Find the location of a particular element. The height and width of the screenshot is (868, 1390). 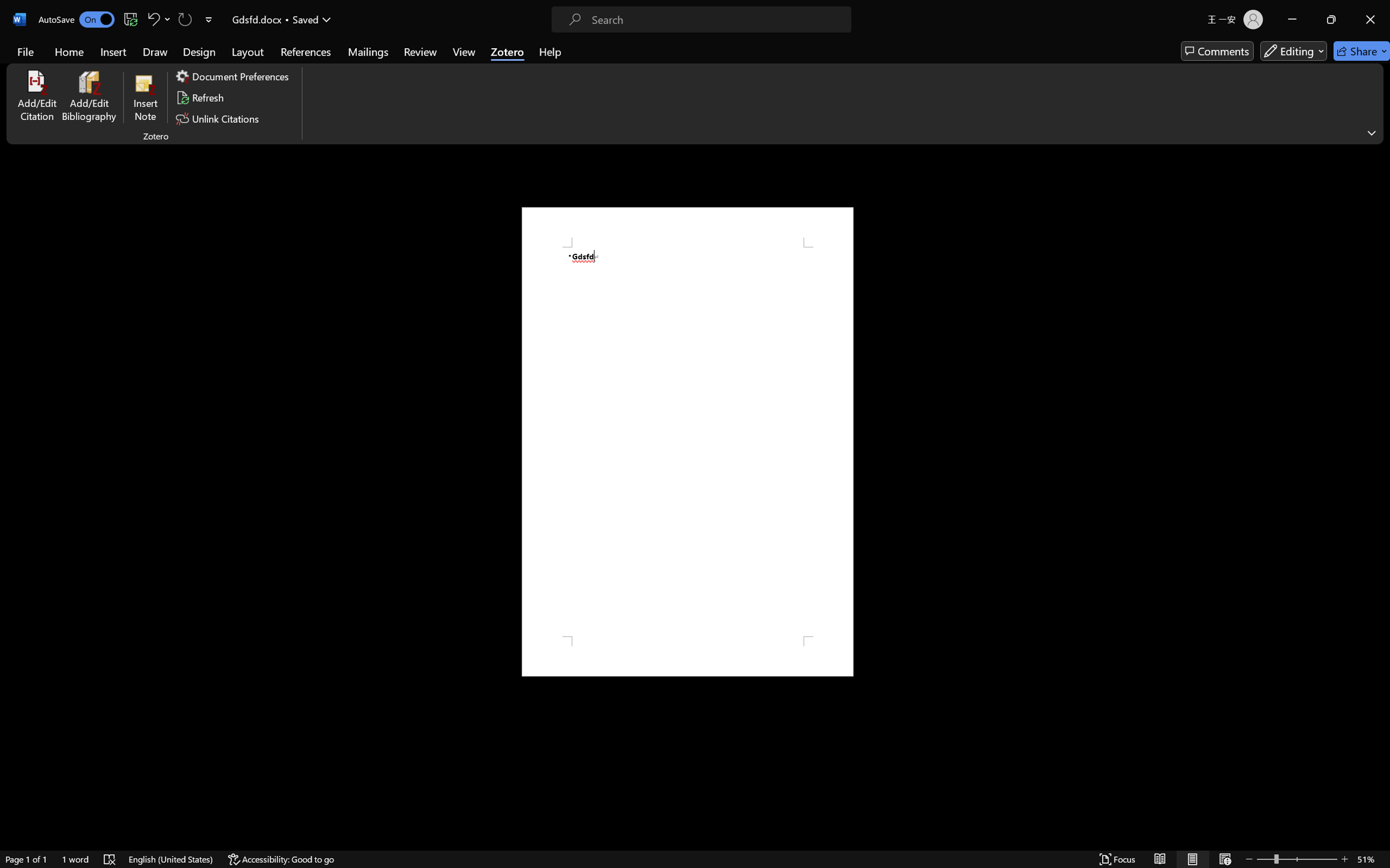

'Page 1 content' is located at coordinates (687, 441).